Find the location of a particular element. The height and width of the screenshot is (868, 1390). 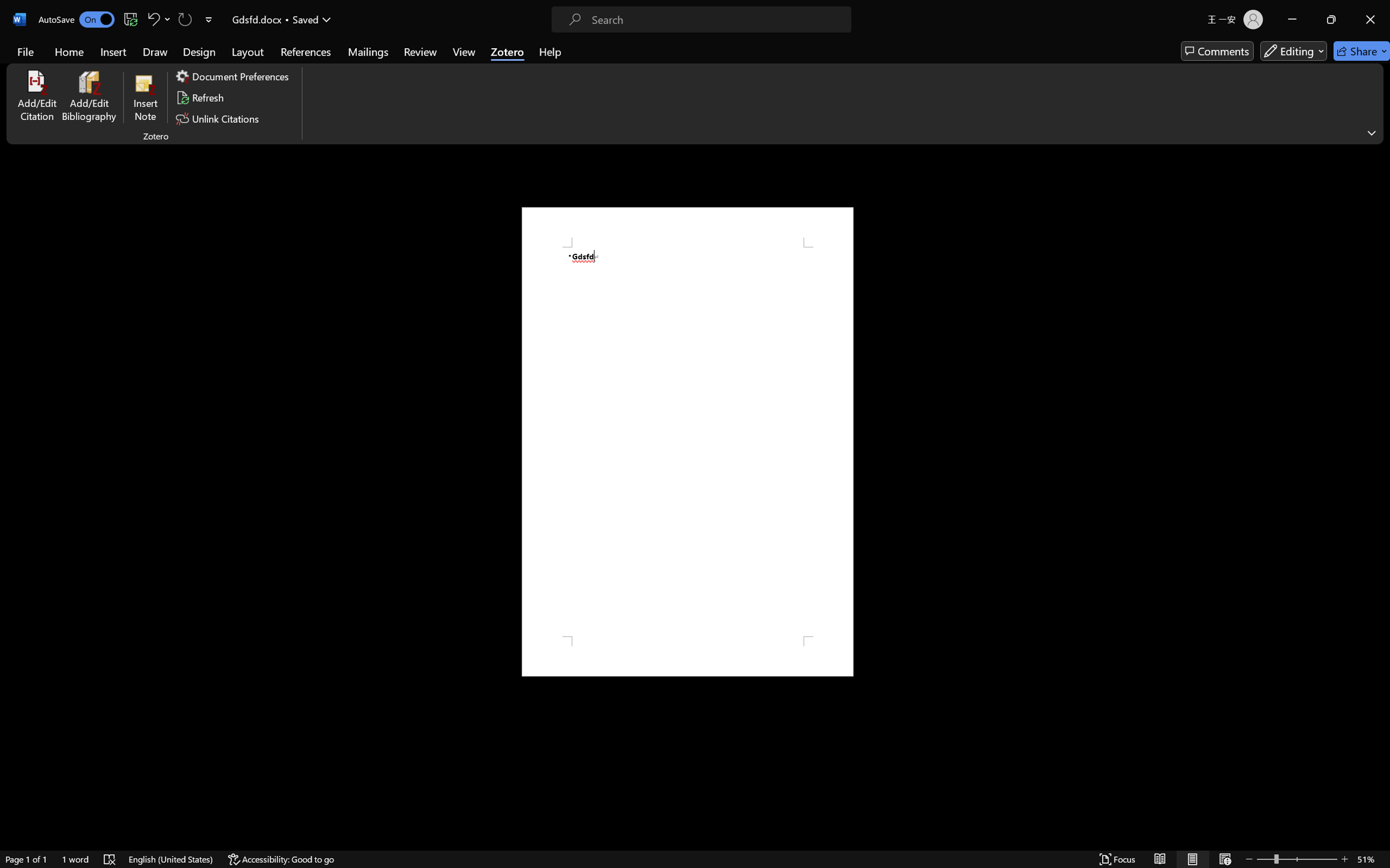

'Page 1 content' is located at coordinates (687, 441).